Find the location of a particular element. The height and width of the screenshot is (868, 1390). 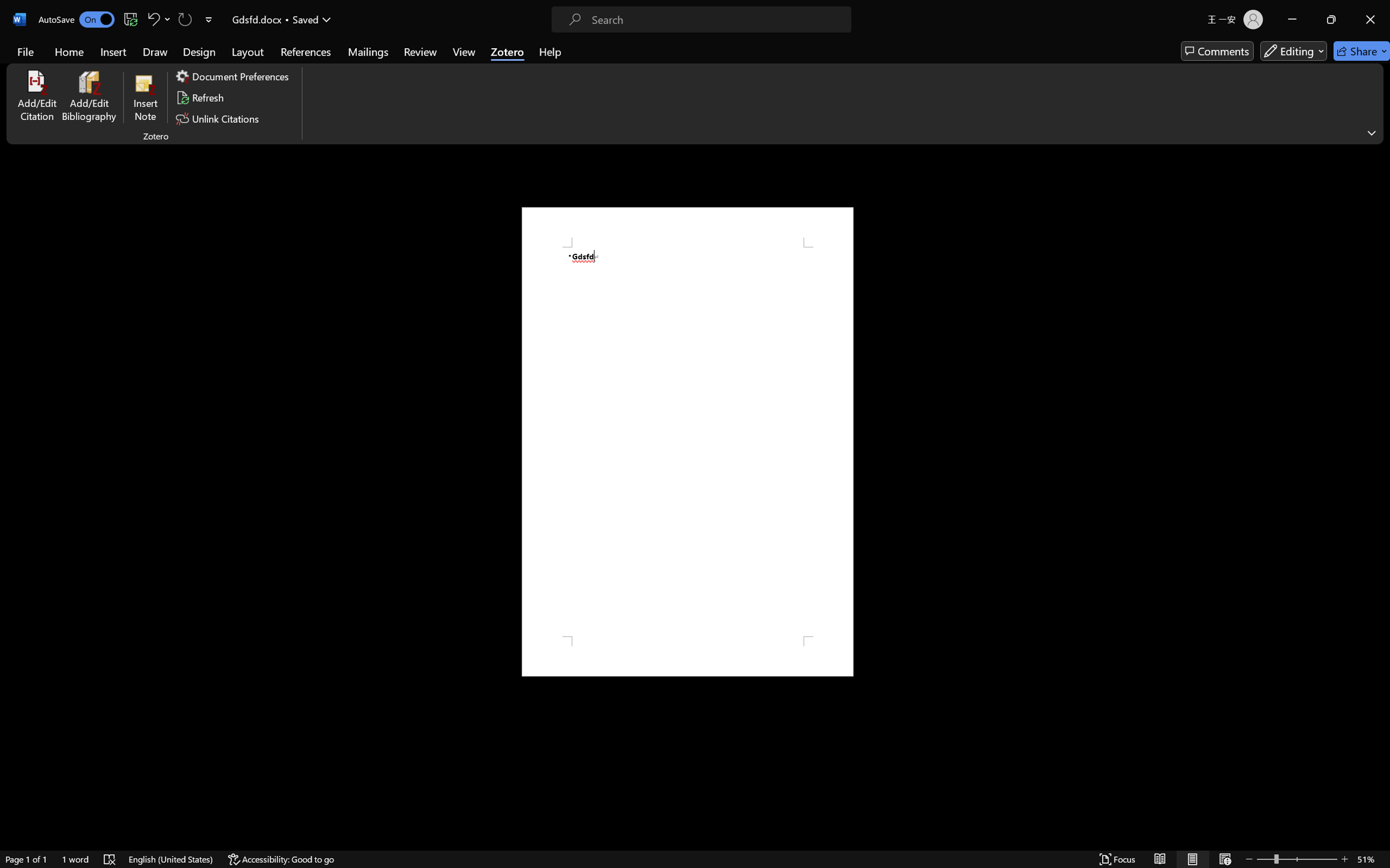

'Page 1 content' is located at coordinates (687, 441).